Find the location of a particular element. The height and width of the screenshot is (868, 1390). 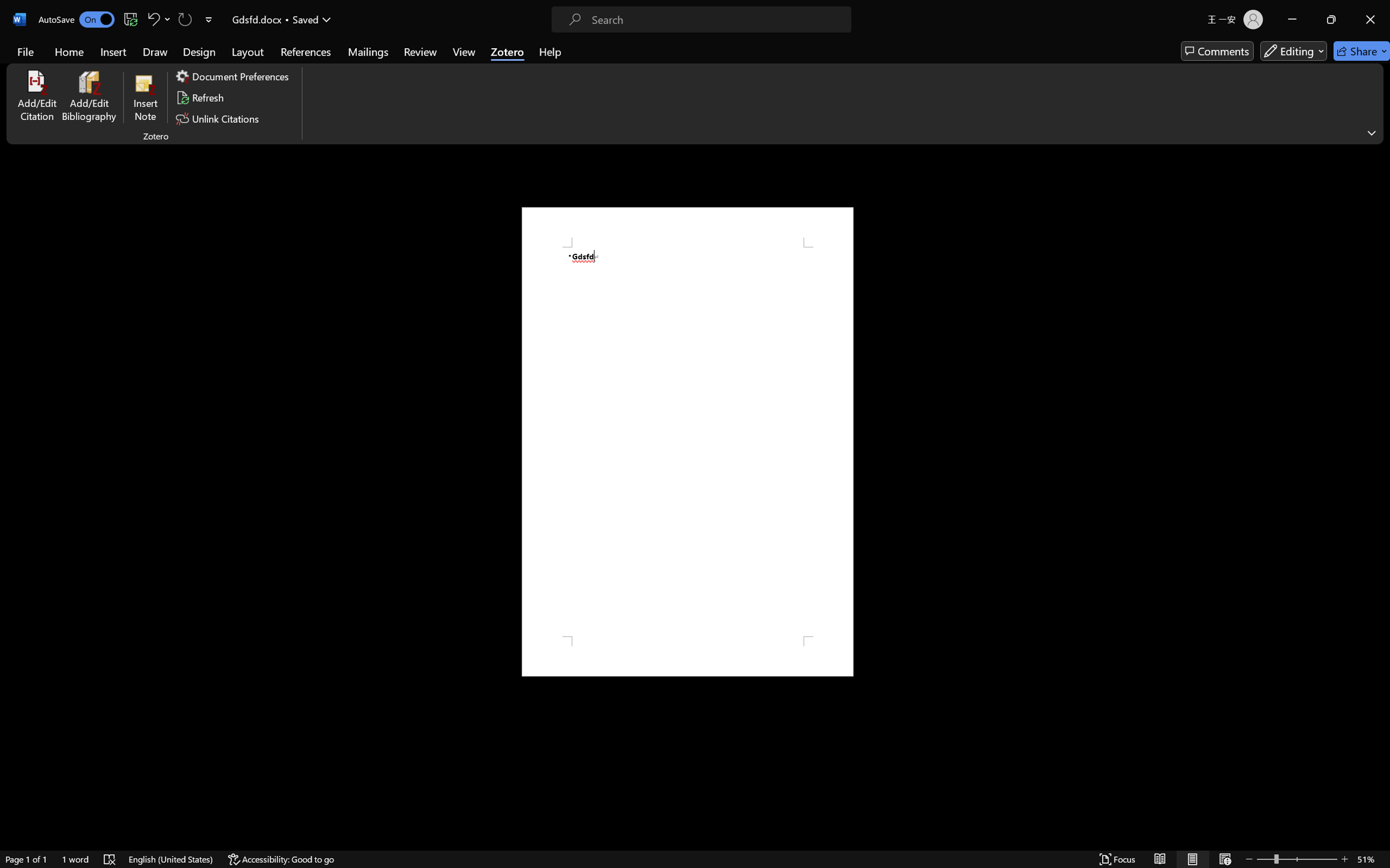

'Page 1 content' is located at coordinates (687, 441).